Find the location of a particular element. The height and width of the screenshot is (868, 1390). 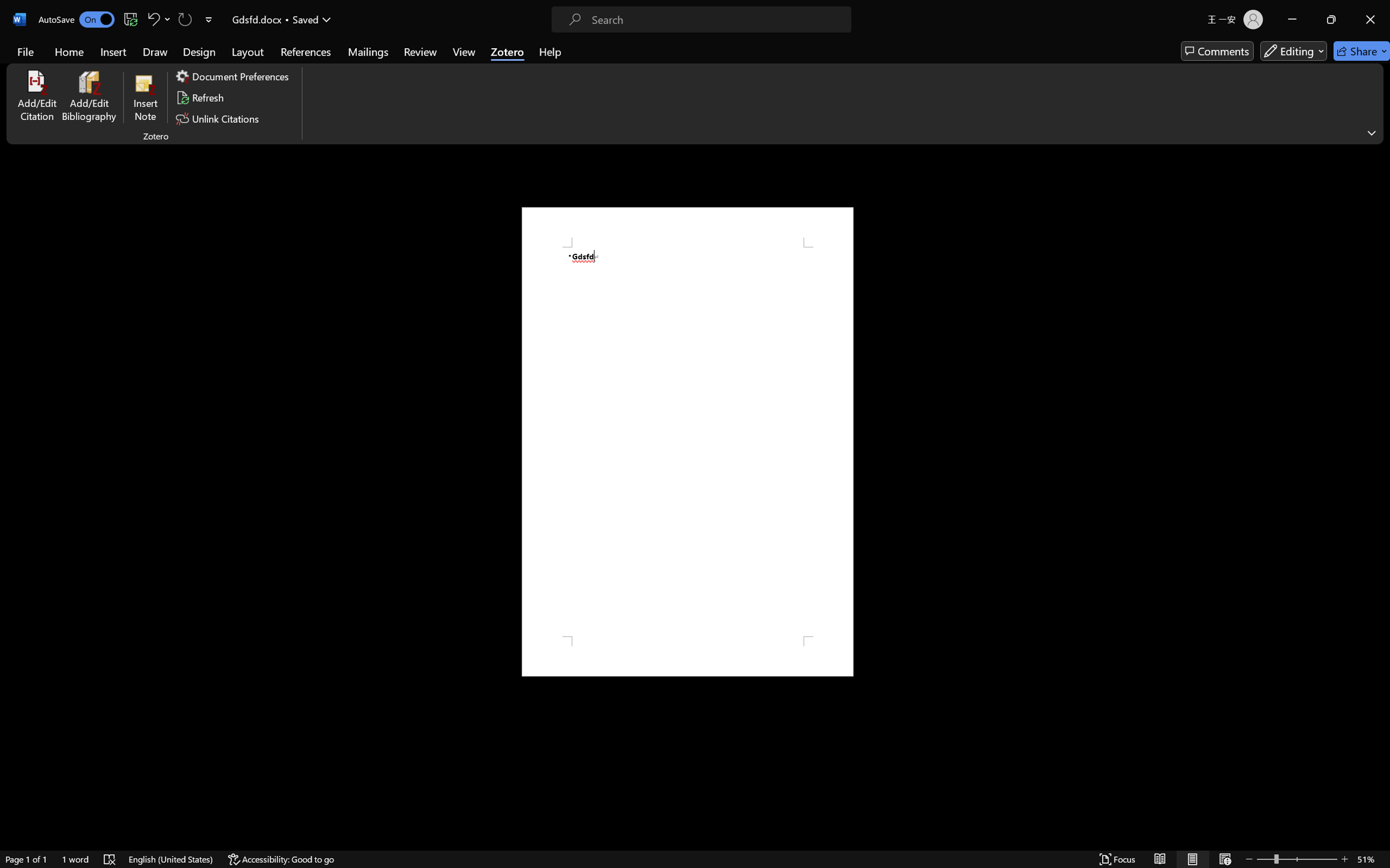

'Page 1 content' is located at coordinates (687, 441).